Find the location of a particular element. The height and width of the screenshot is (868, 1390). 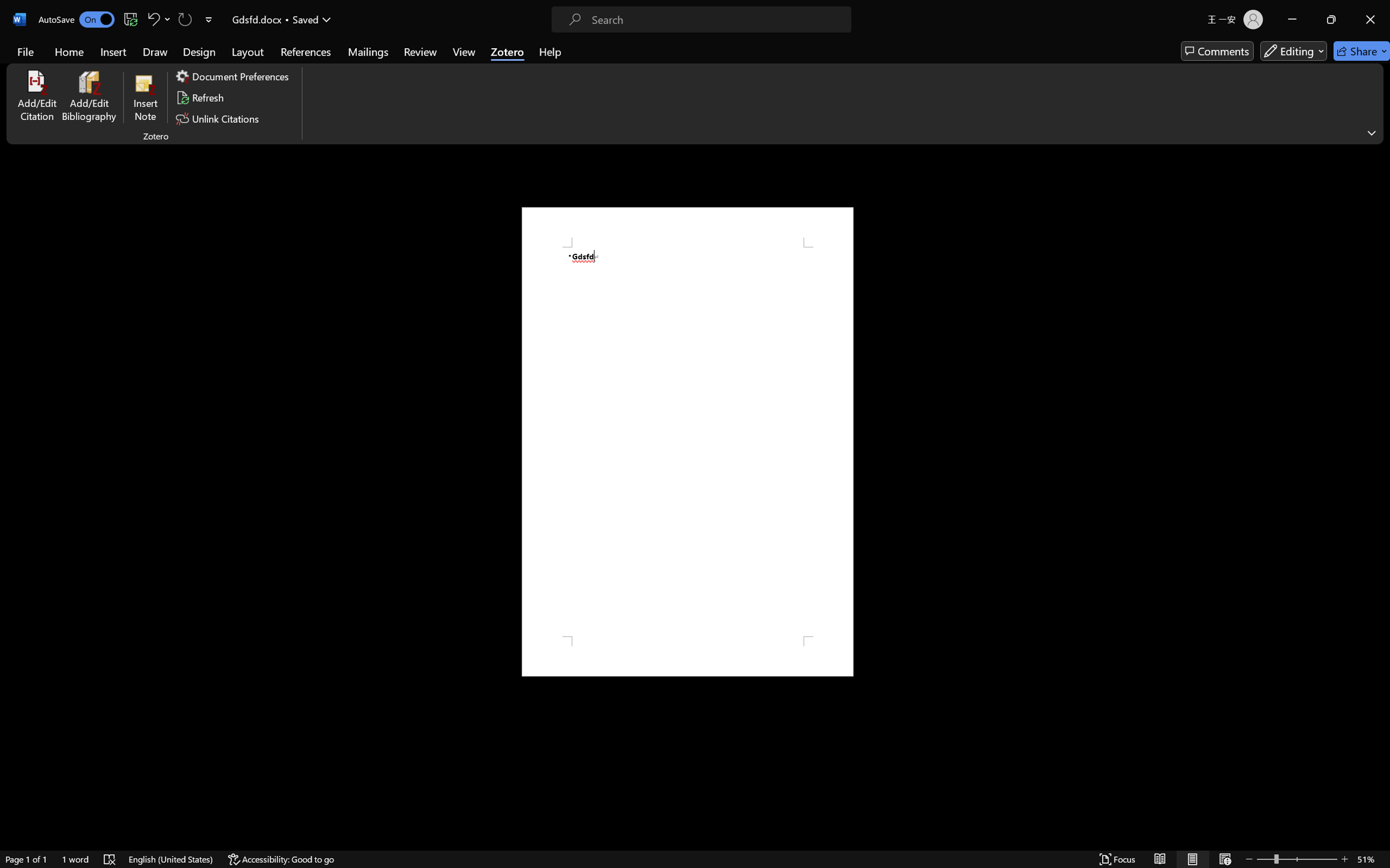

'Page 1 content' is located at coordinates (687, 441).